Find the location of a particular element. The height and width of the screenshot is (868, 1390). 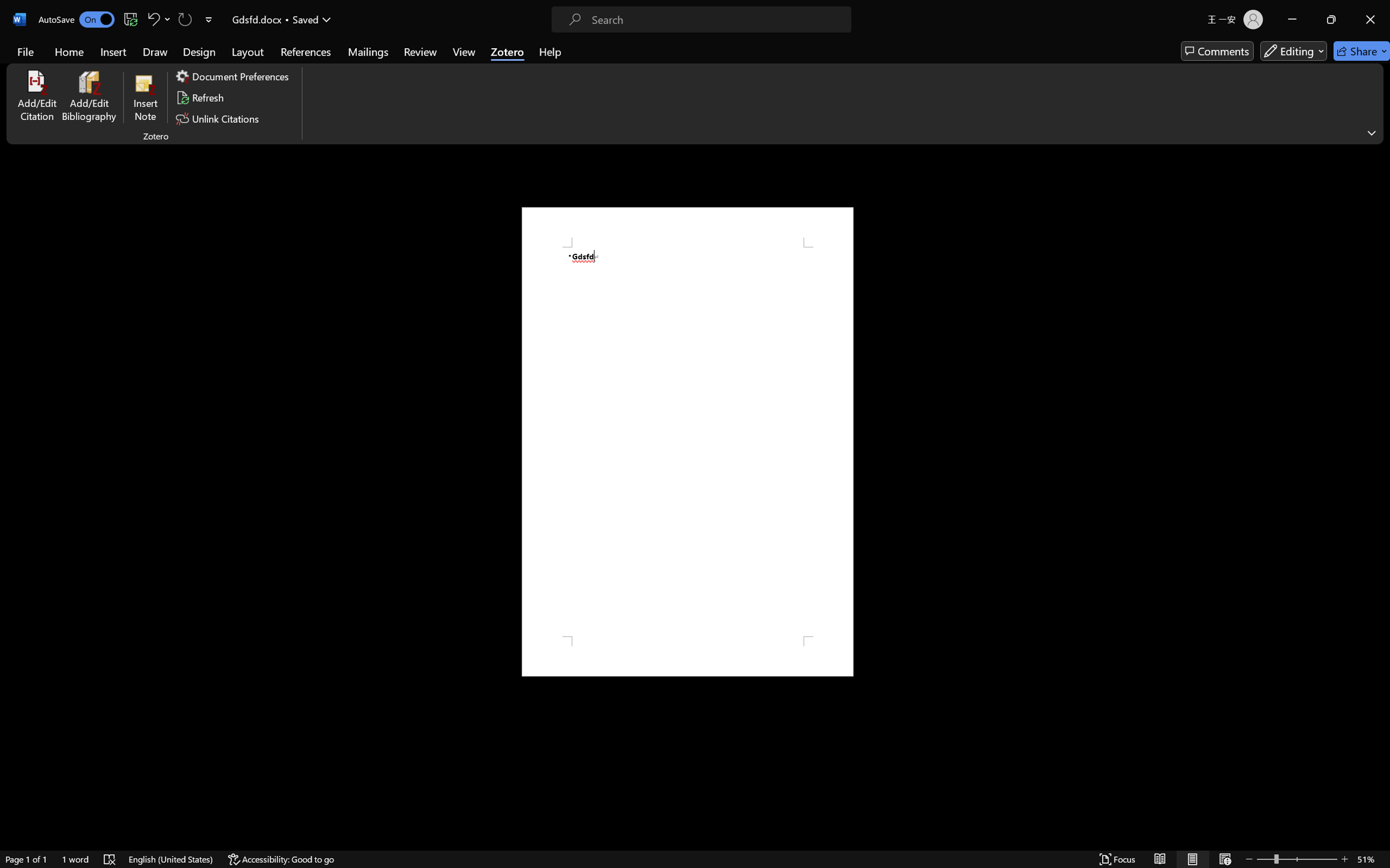

'Page 1 content' is located at coordinates (687, 441).